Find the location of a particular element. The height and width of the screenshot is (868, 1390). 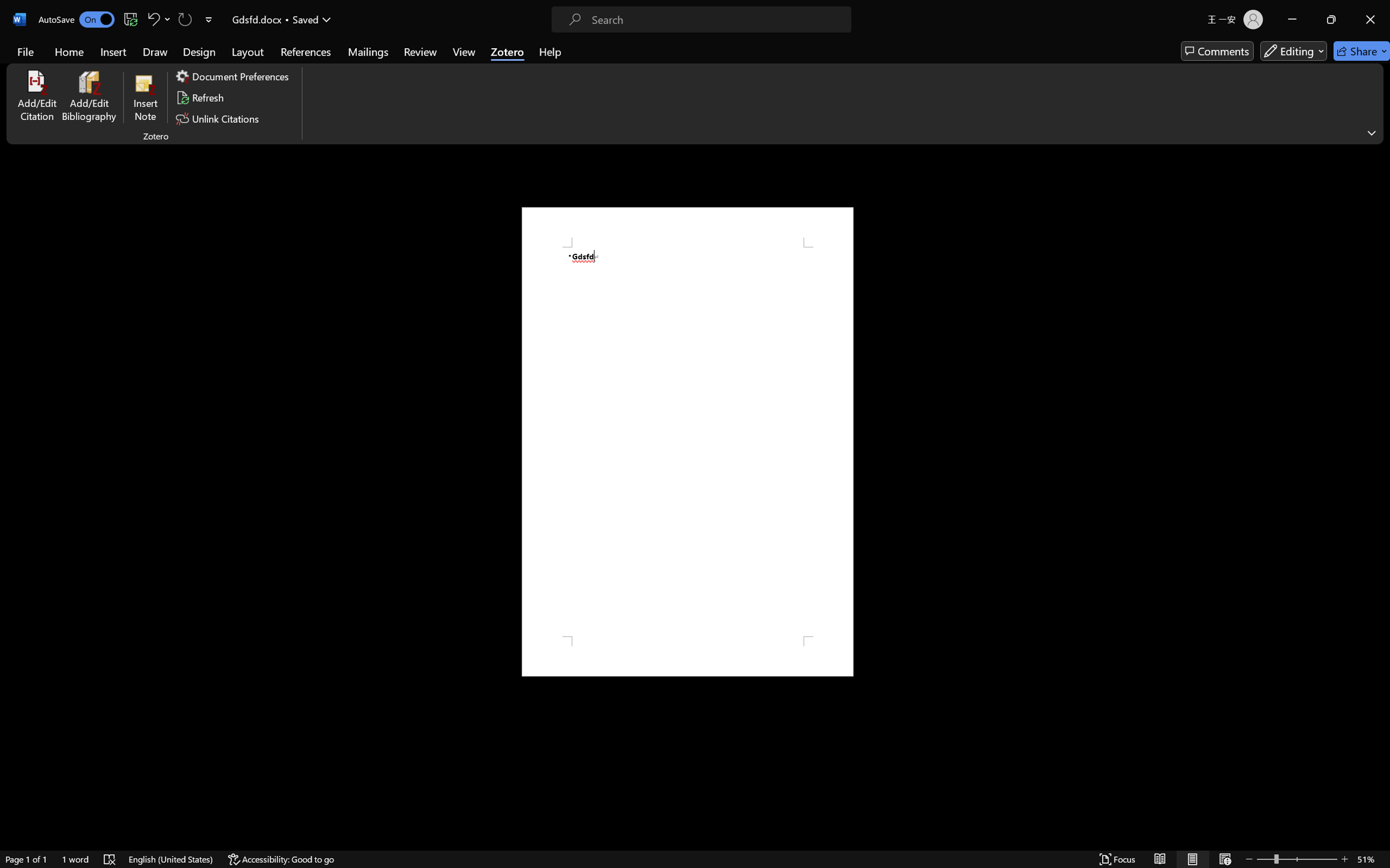

'Page 1 content' is located at coordinates (687, 441).